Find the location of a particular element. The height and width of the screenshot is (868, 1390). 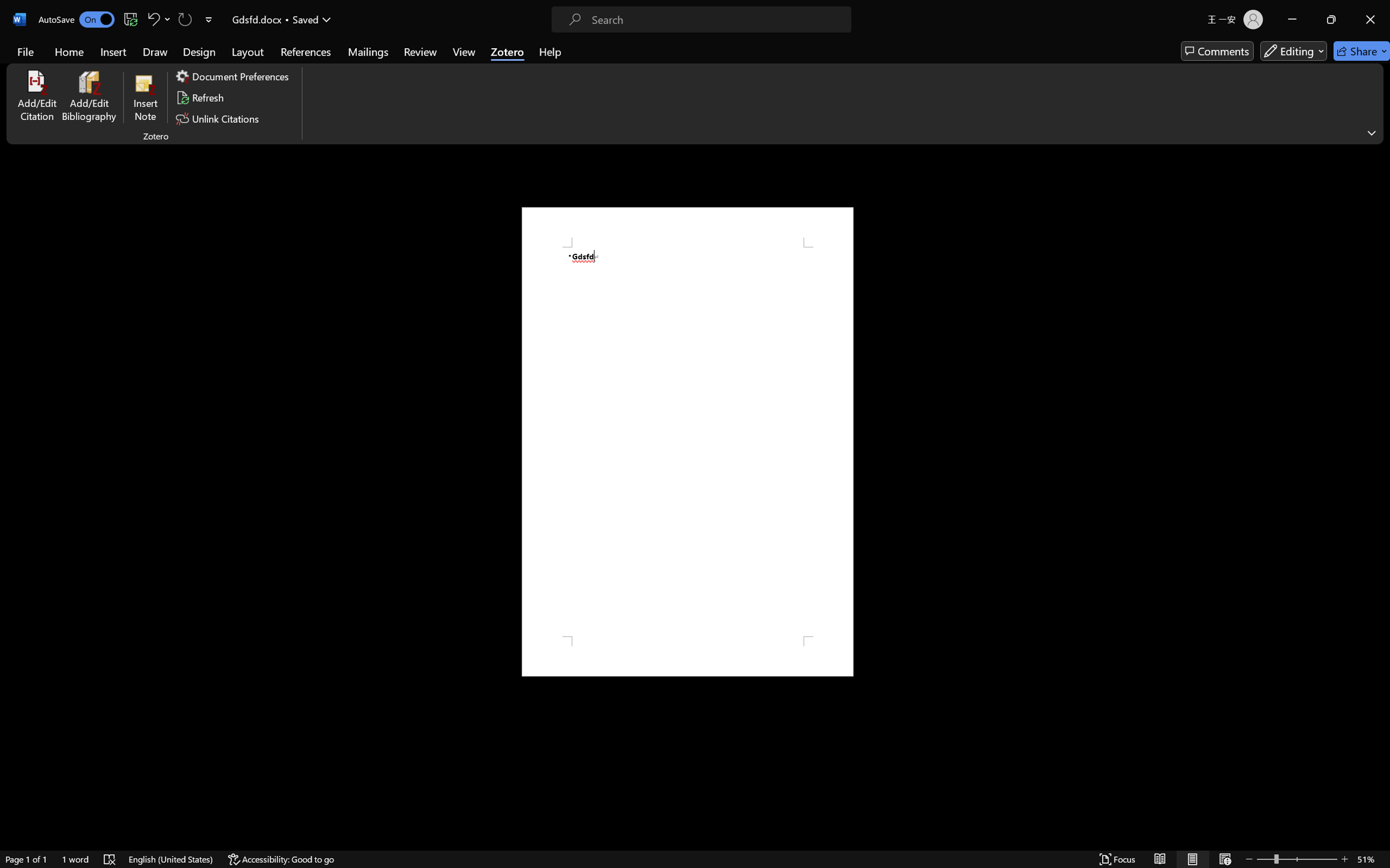

'Page 1 content' is located at coordinates (687, 441).